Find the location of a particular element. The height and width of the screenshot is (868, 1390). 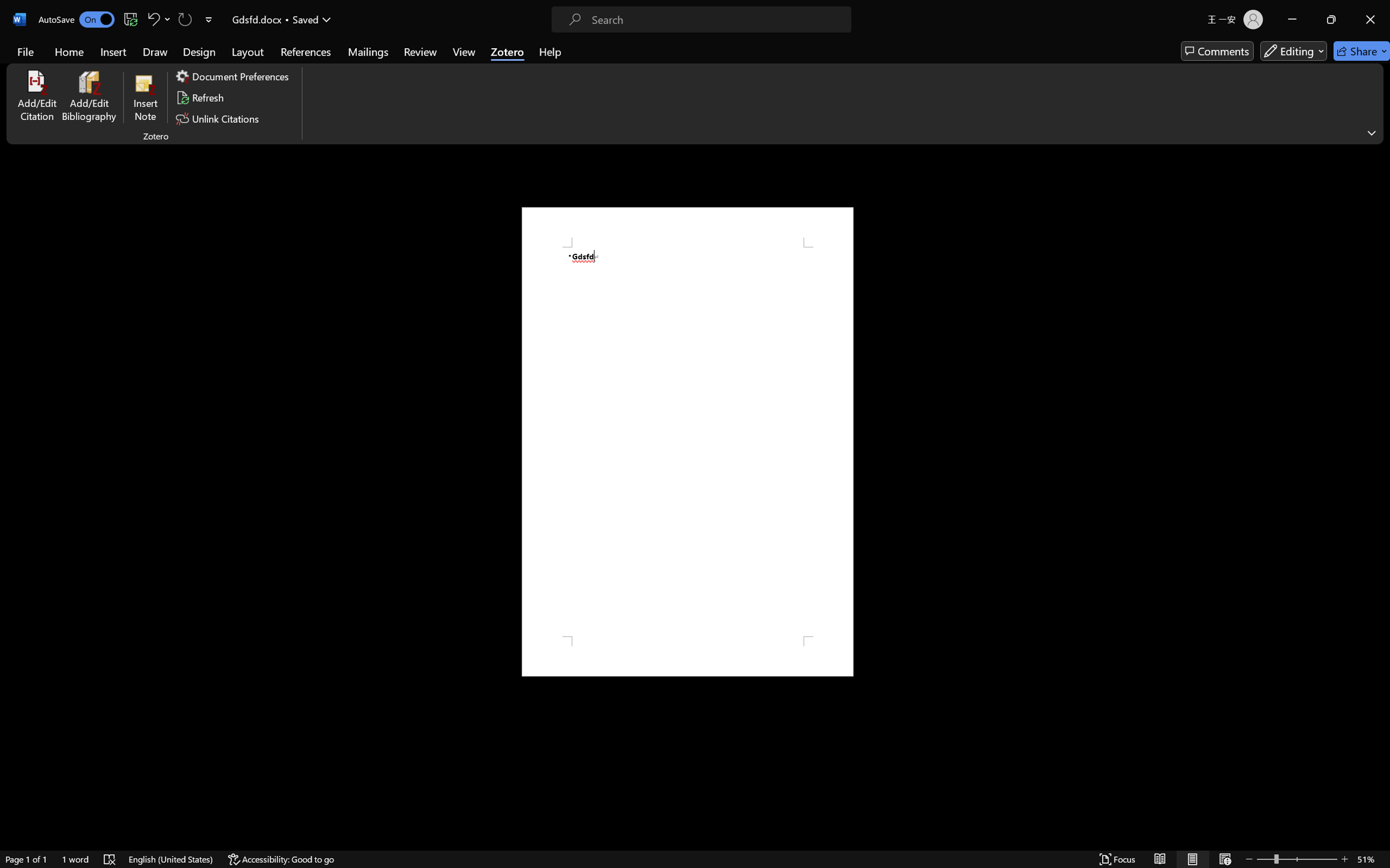

'Page 1 content' is located at coordinates (687, 441).